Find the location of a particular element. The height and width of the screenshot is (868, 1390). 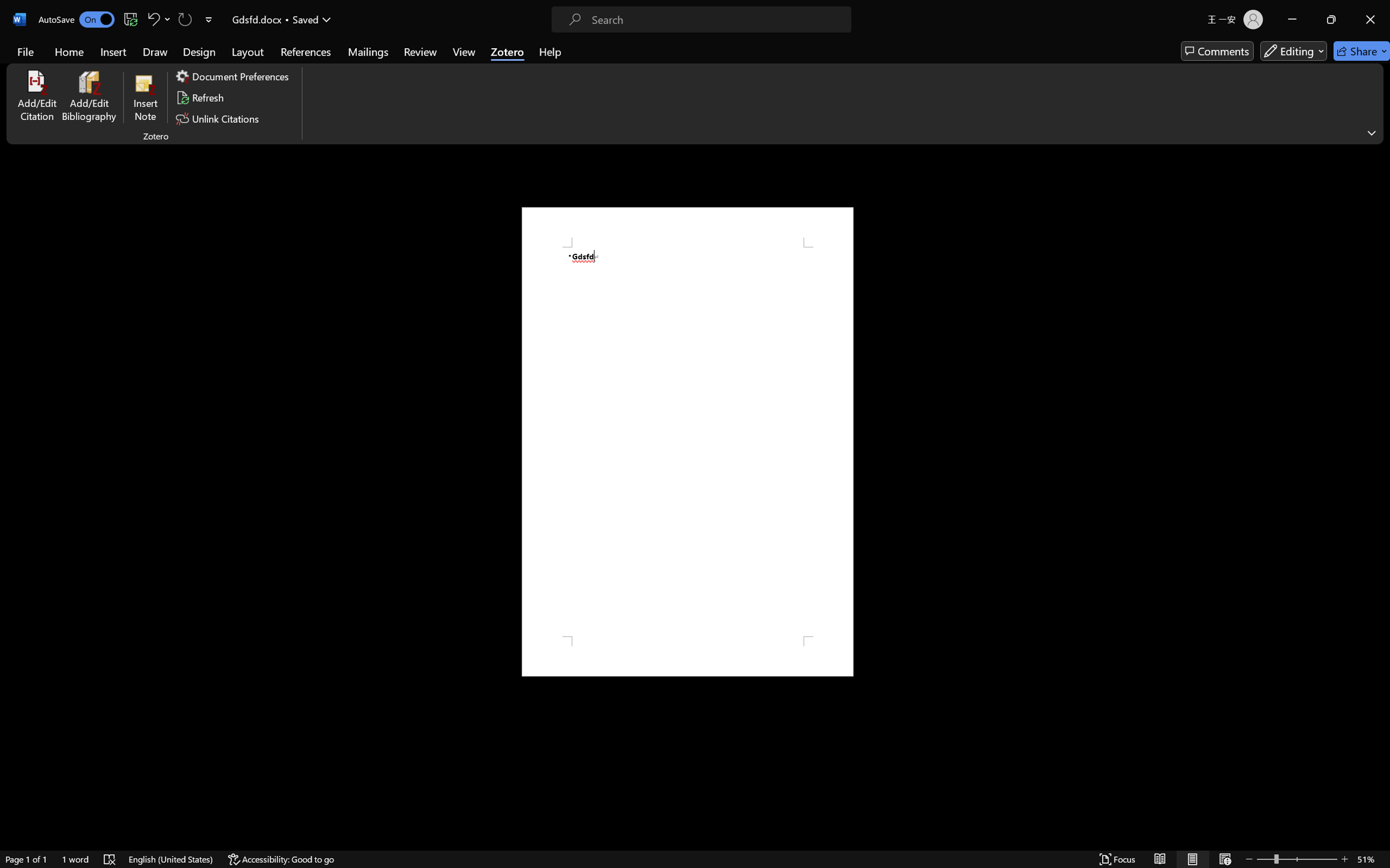

'Page 1 content' is located at coordinates (687, 441).